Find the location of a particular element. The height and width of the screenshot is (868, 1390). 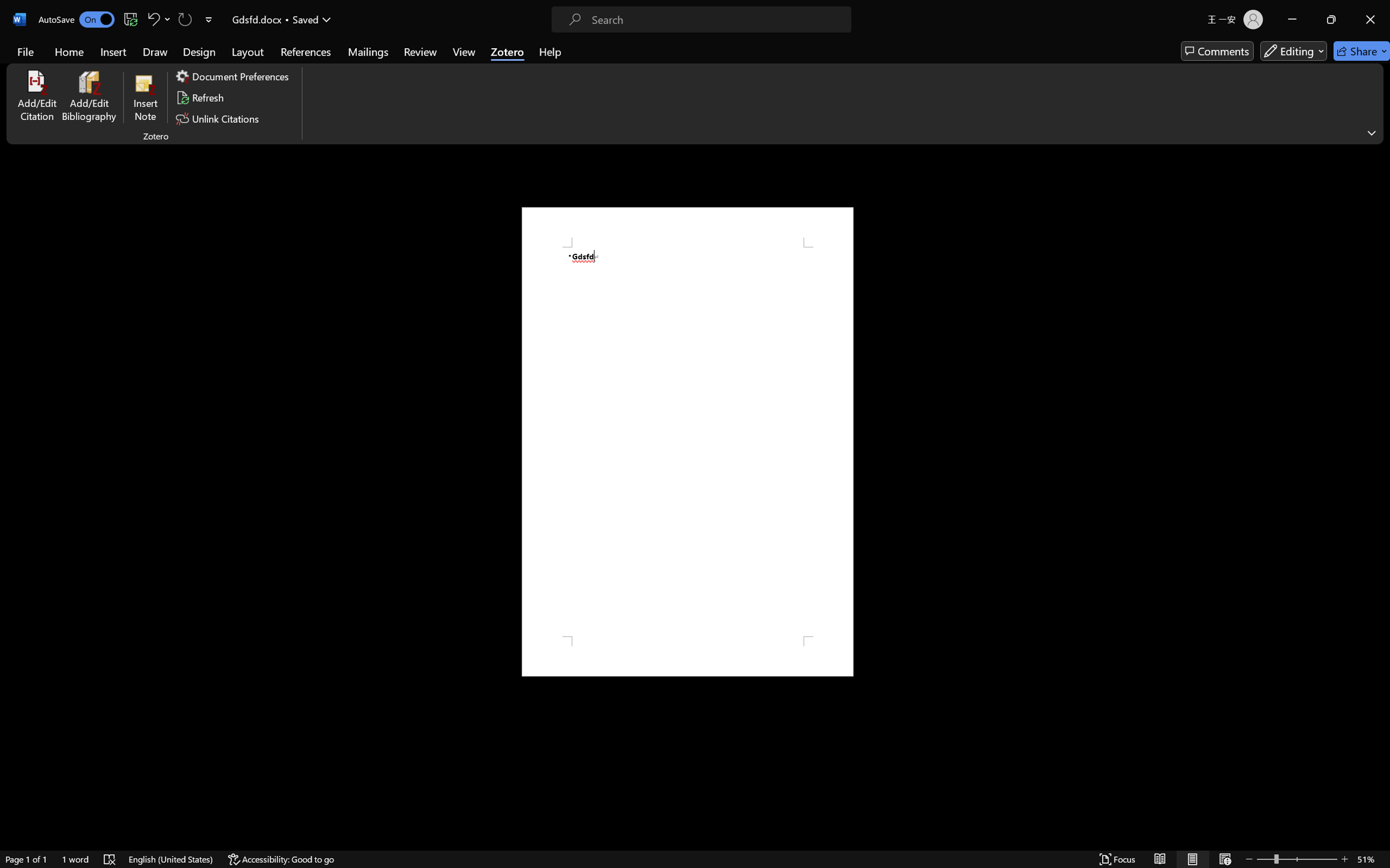

'Page 1 content' is located at coordinates (687, 441).